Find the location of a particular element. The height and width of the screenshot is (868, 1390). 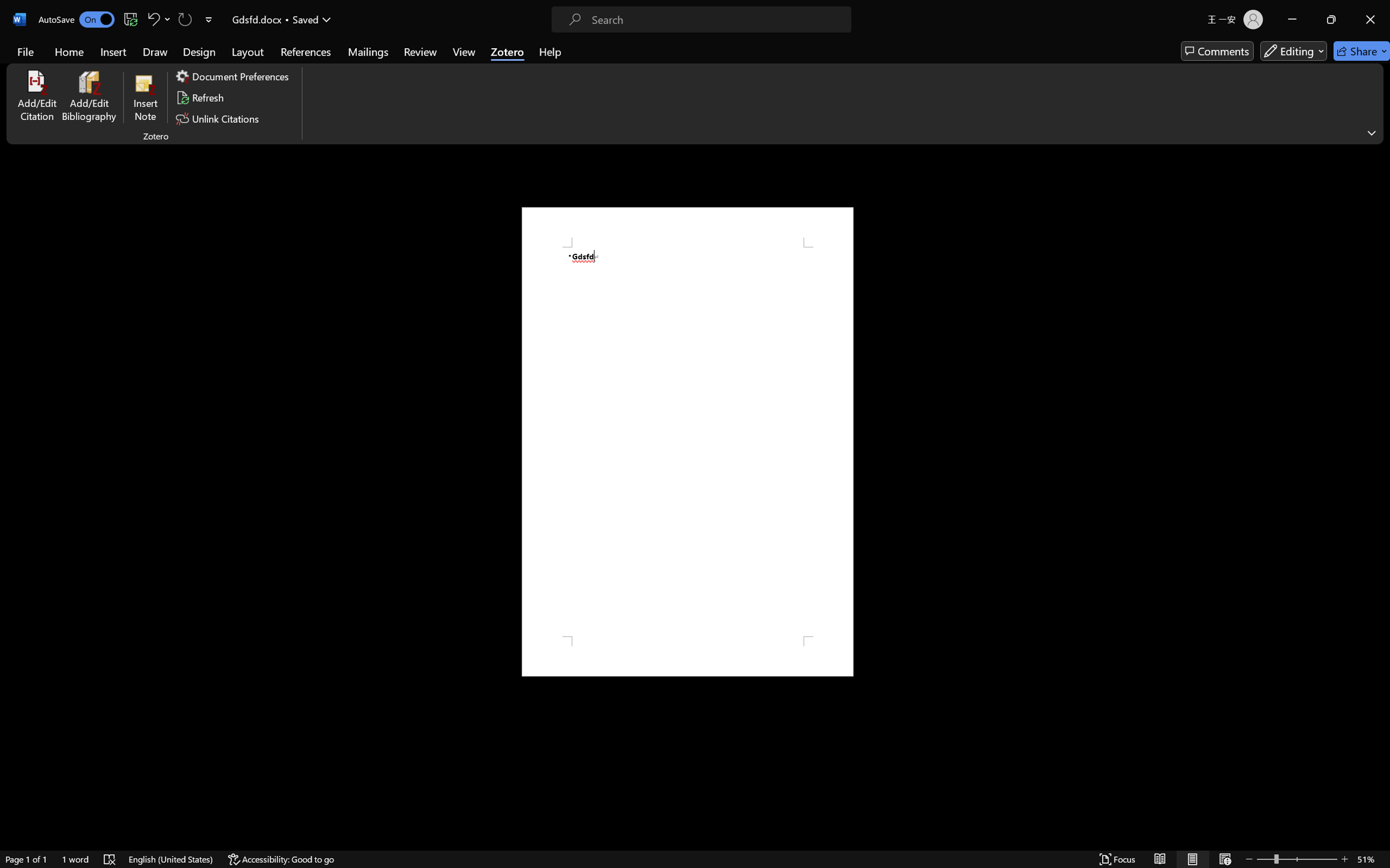

'Page 1 content' is located at coordinates (687, 441).